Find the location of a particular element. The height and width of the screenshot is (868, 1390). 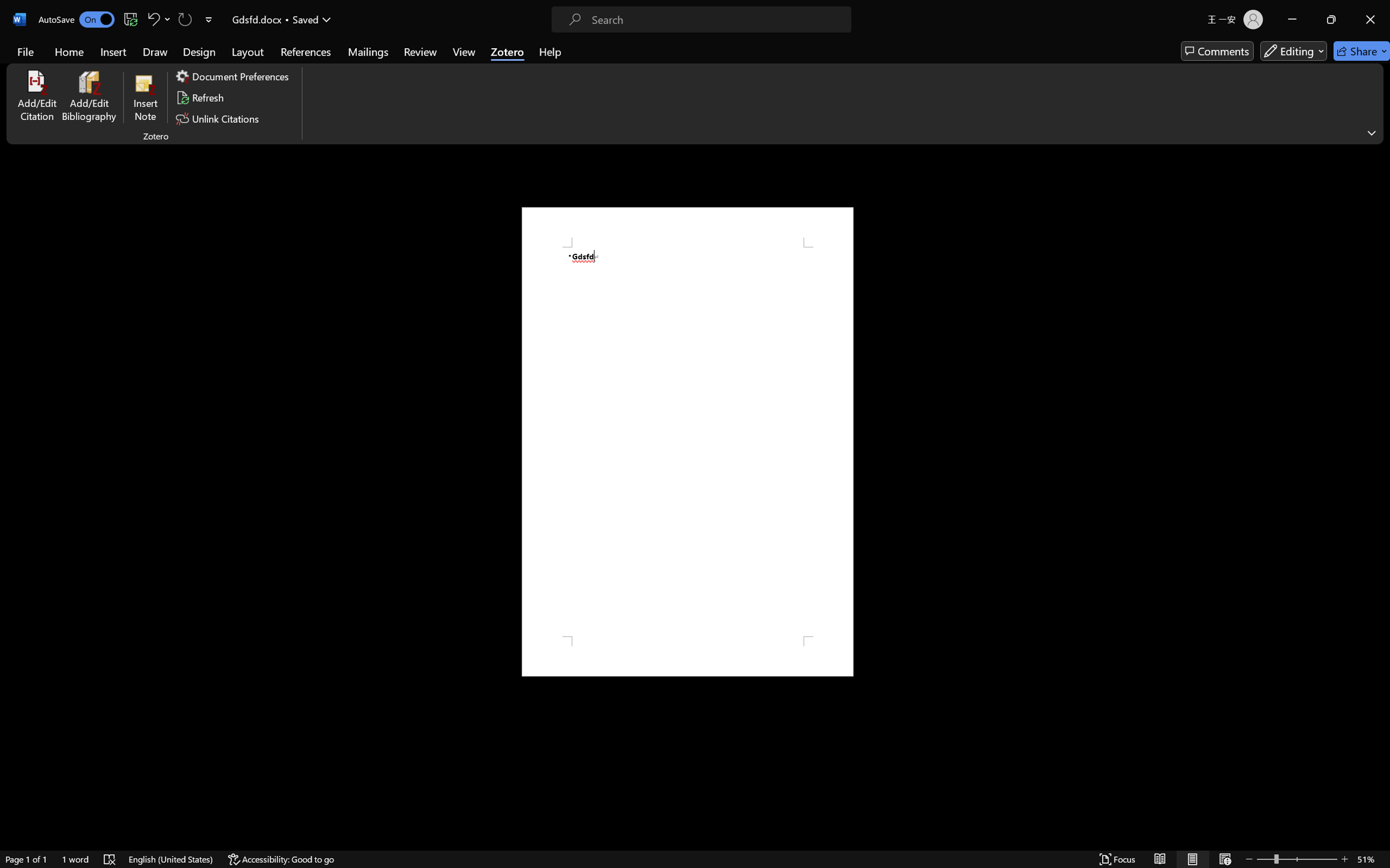

'Page 1 content' is located at coordinates (687, 441).